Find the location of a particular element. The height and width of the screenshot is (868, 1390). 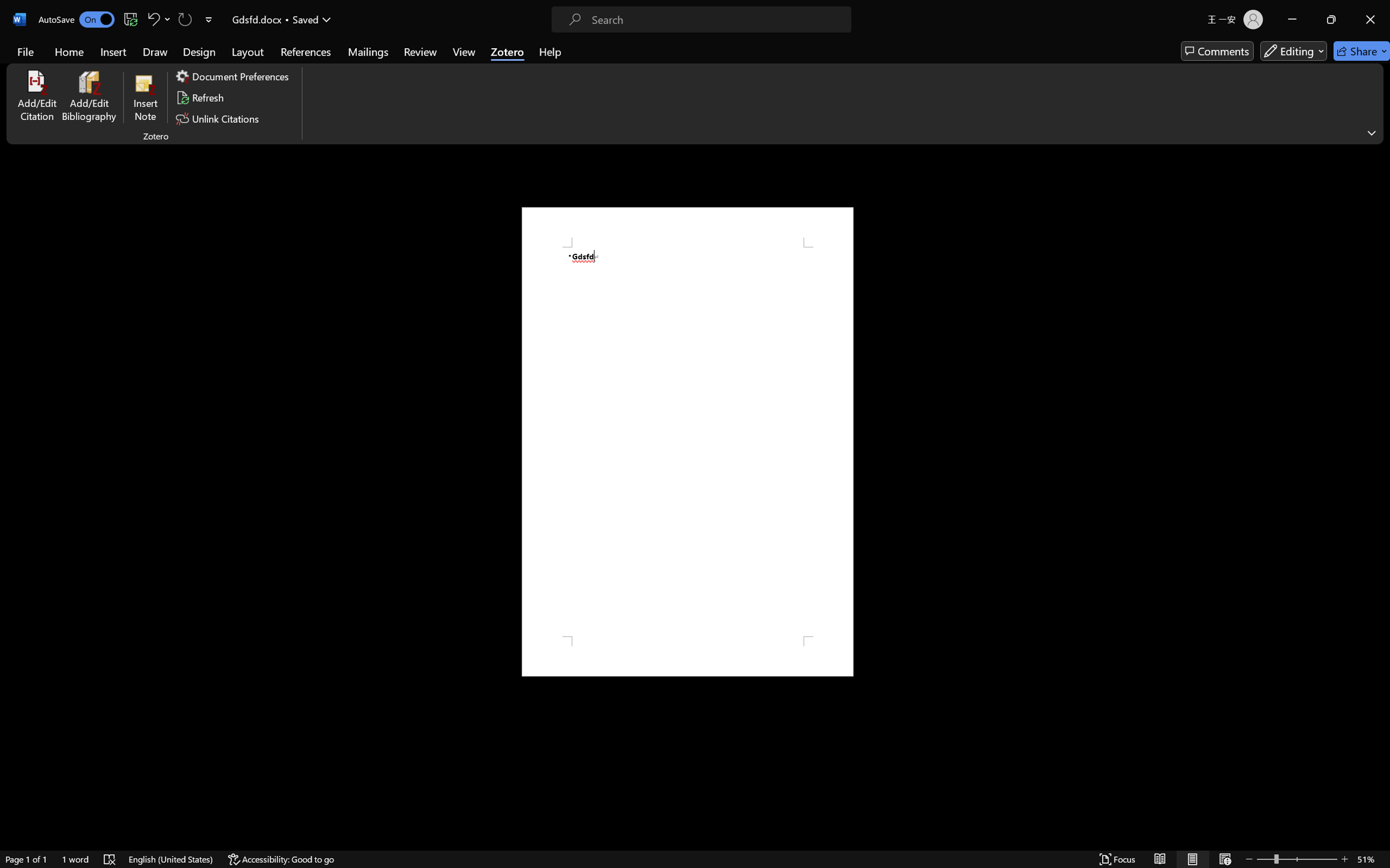

'Page 1 content' is located at coordinates (687, 441).